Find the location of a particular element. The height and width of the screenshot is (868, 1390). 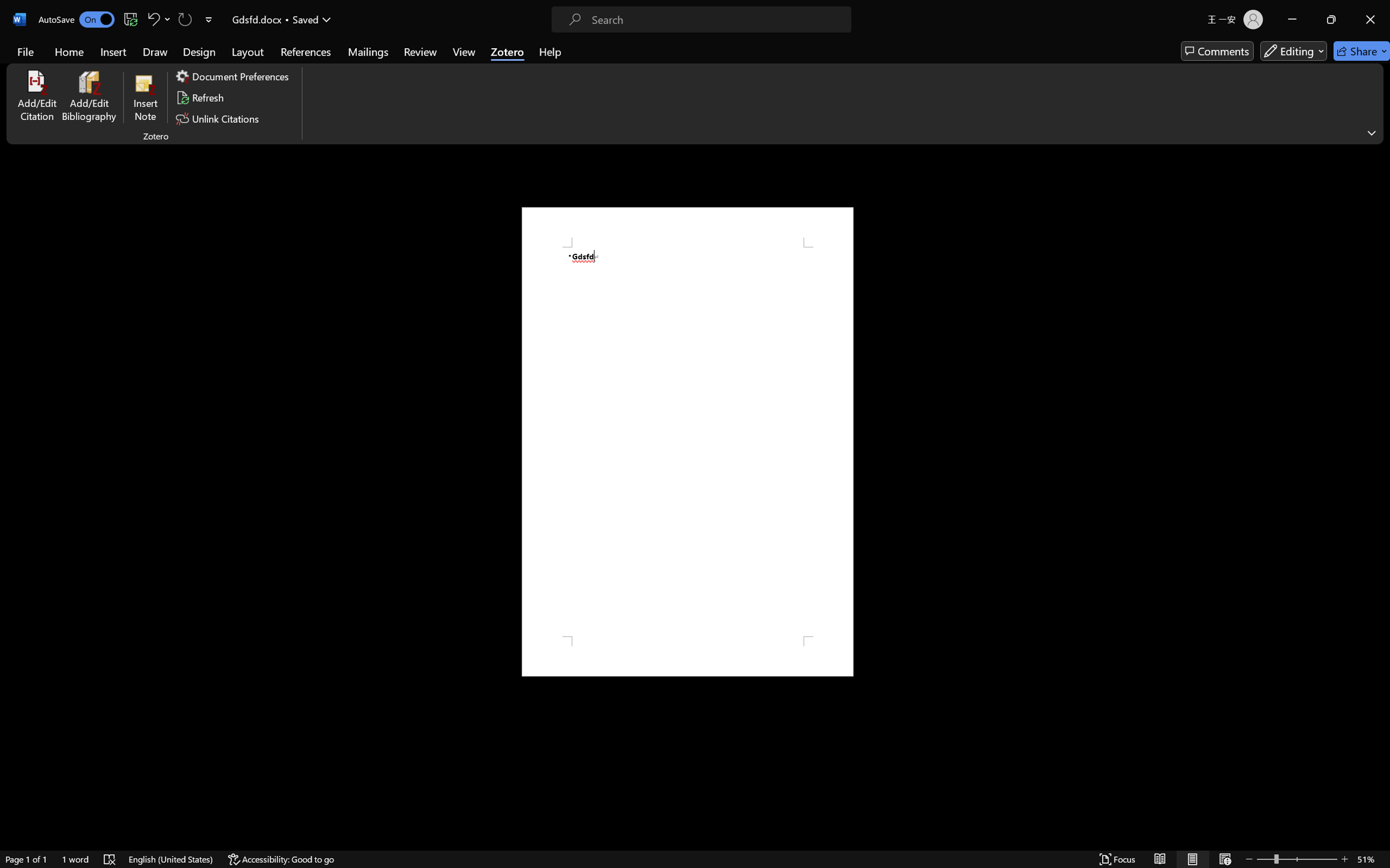

'Page 1 content' is located at coordinates (687, 441).